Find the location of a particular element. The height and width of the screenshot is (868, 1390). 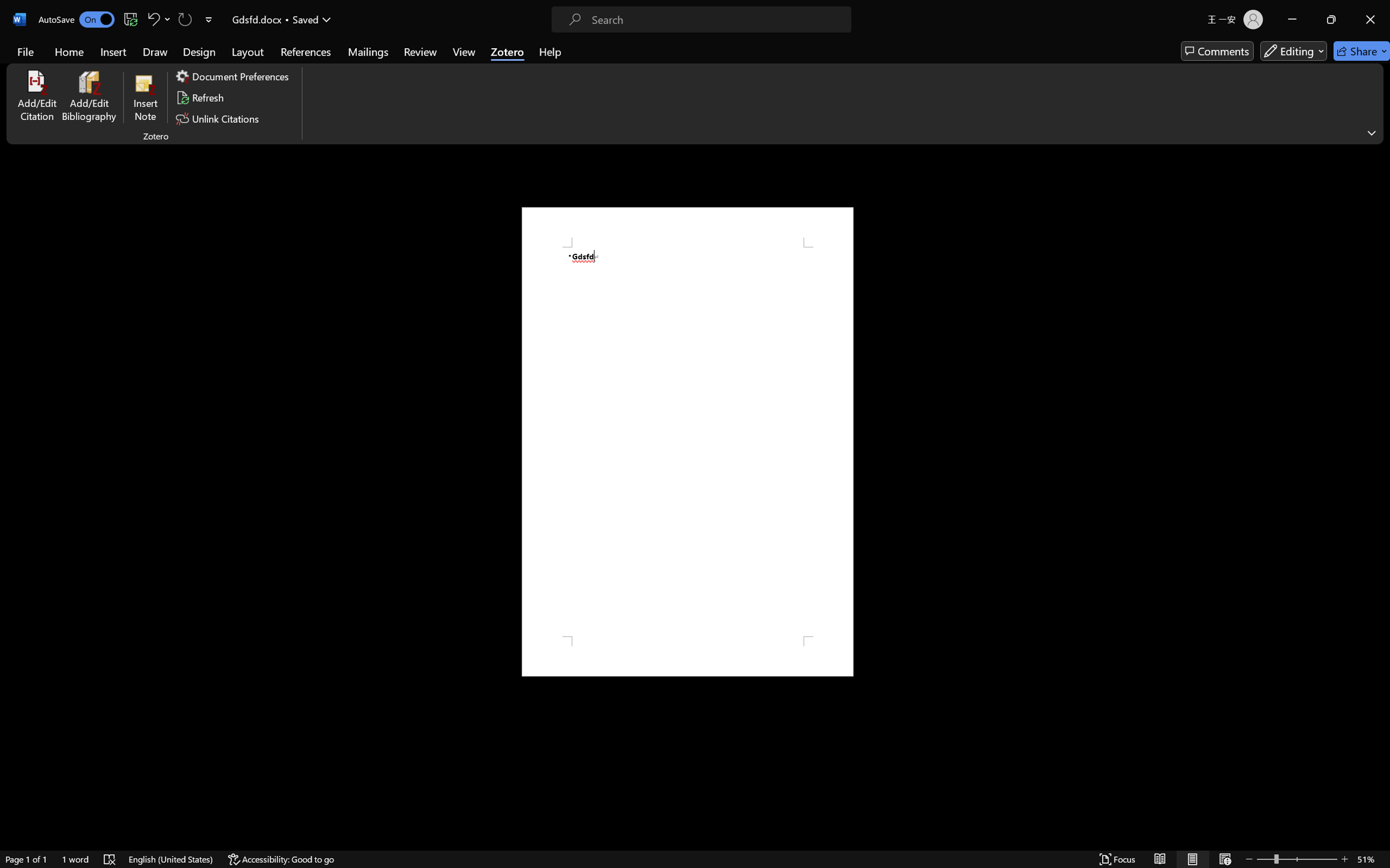

'Page 1 content' is located at coordinates (687, 441).